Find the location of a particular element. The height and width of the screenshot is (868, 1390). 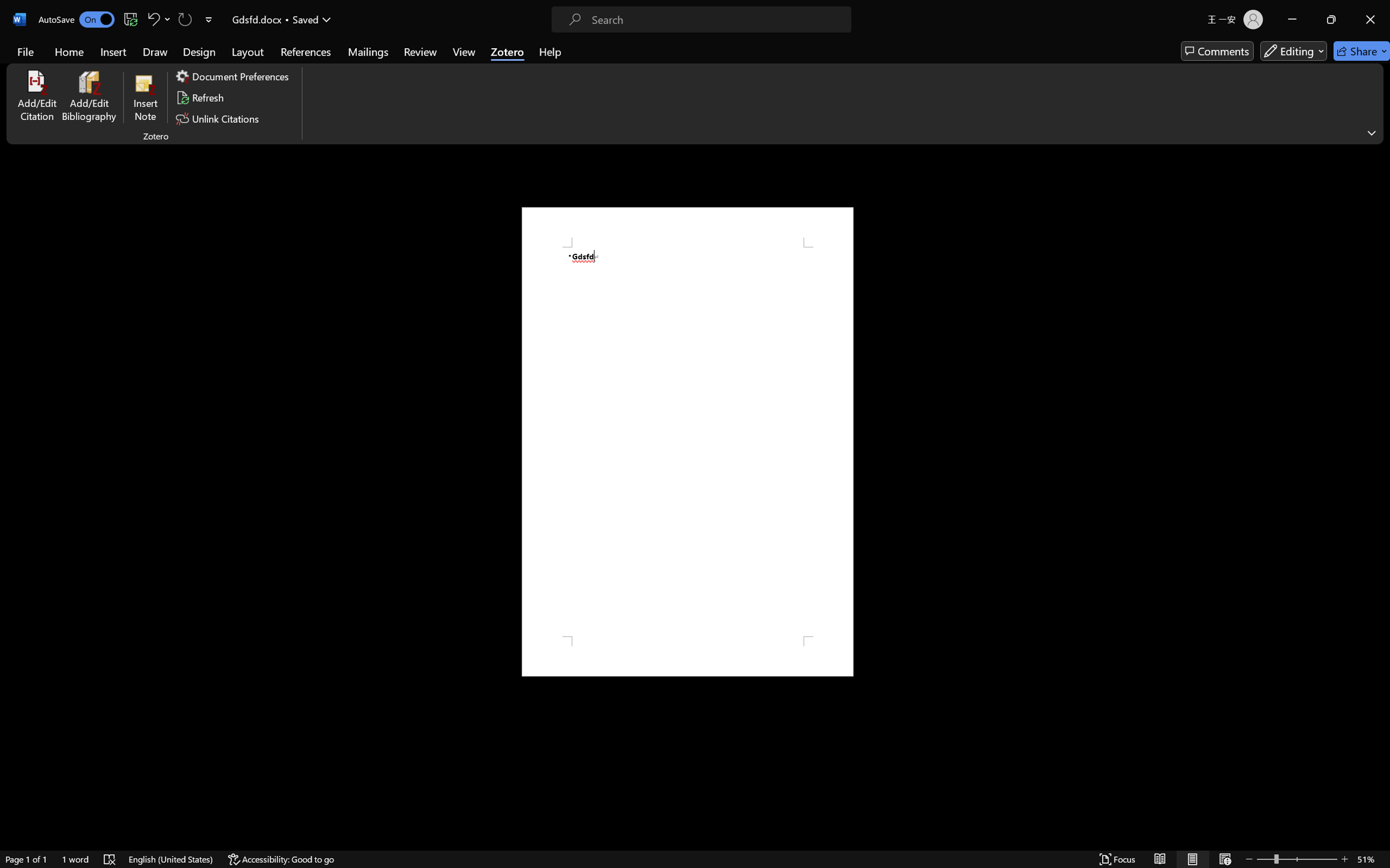

'Page 1 content' is located at coordinates (687, 441).